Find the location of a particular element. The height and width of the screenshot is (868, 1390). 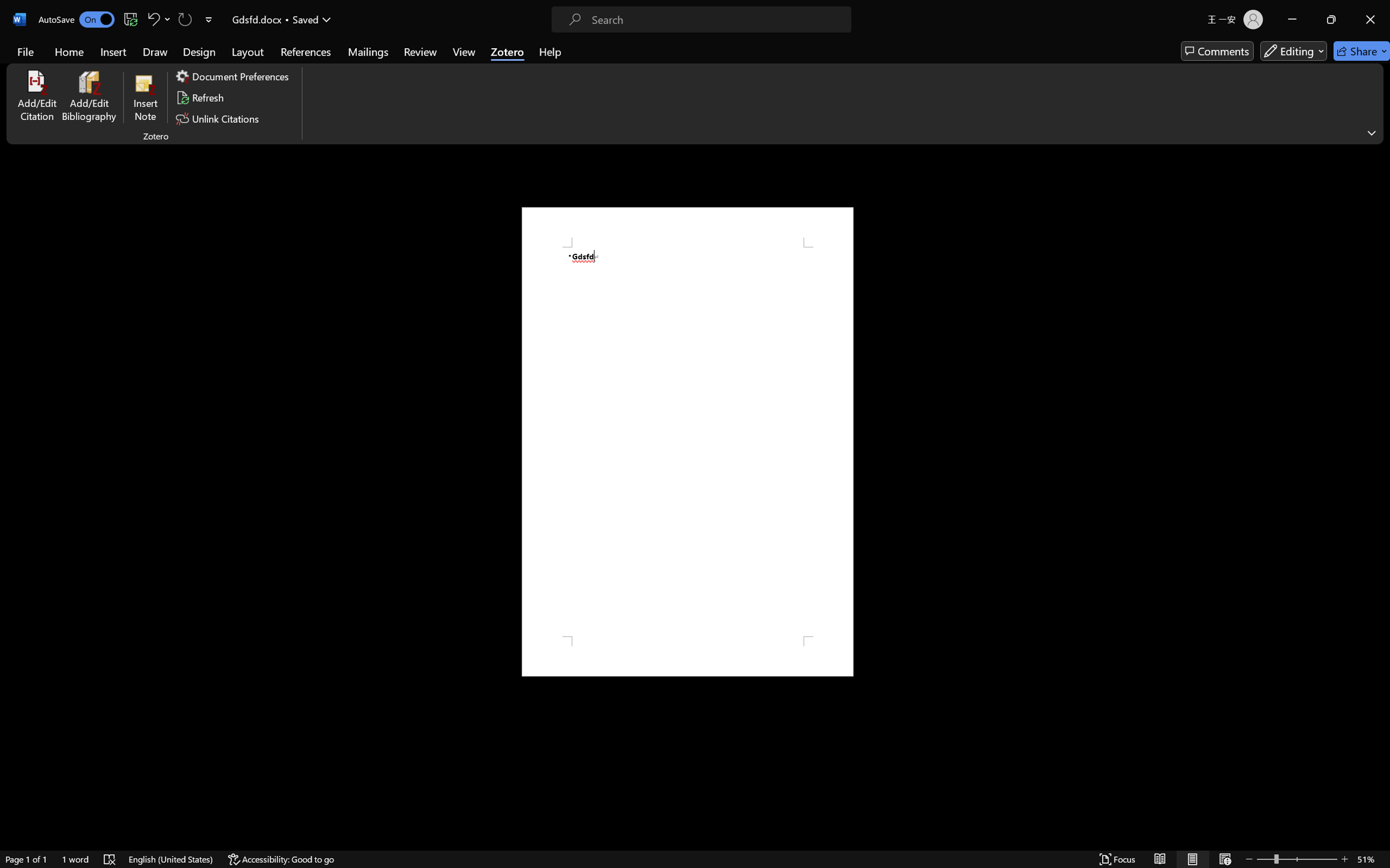

'Page 1 content' is located at coordinates (687, 441).